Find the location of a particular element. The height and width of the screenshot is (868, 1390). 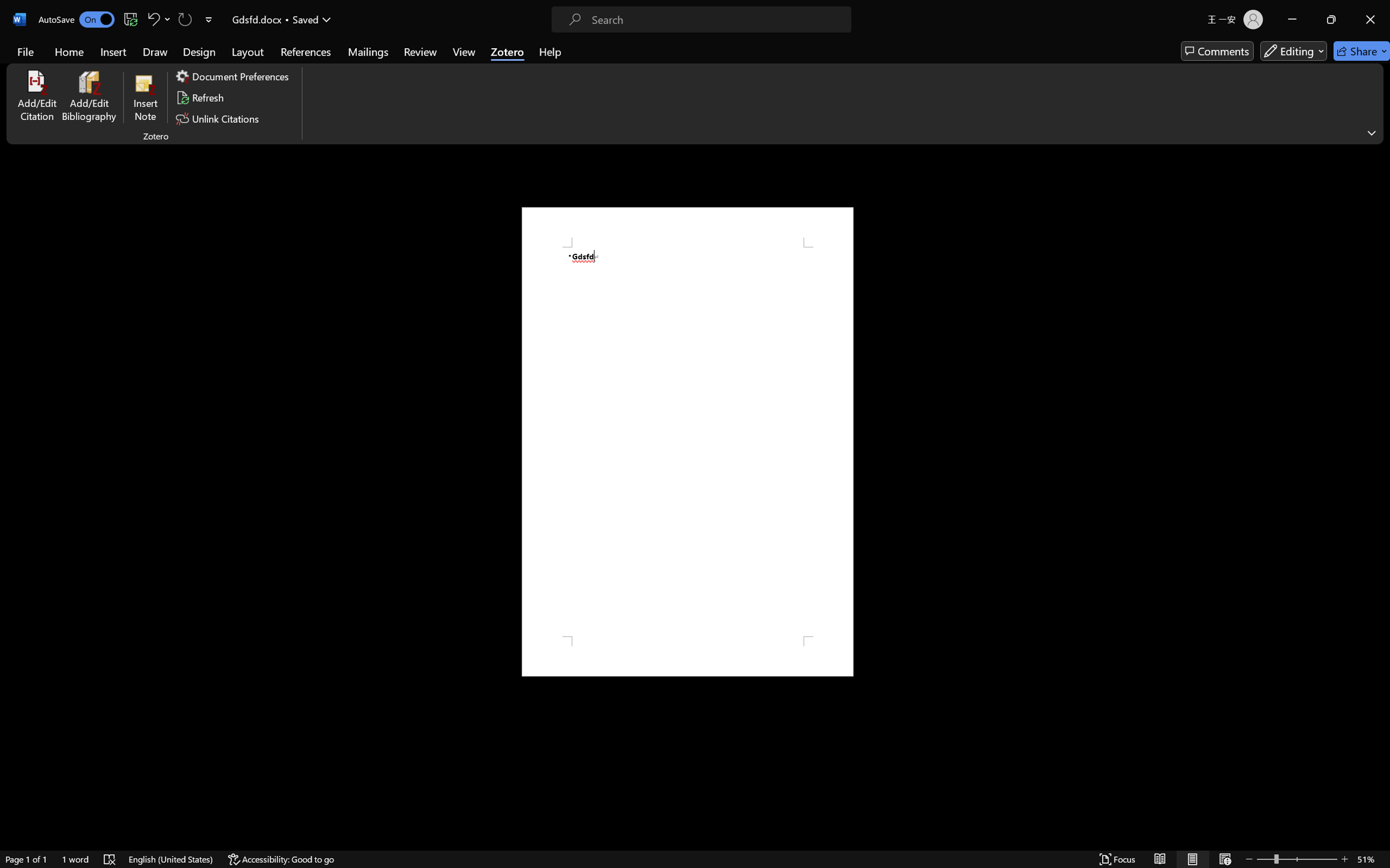

'Page 1 content' is located at coordinates (687, 441).